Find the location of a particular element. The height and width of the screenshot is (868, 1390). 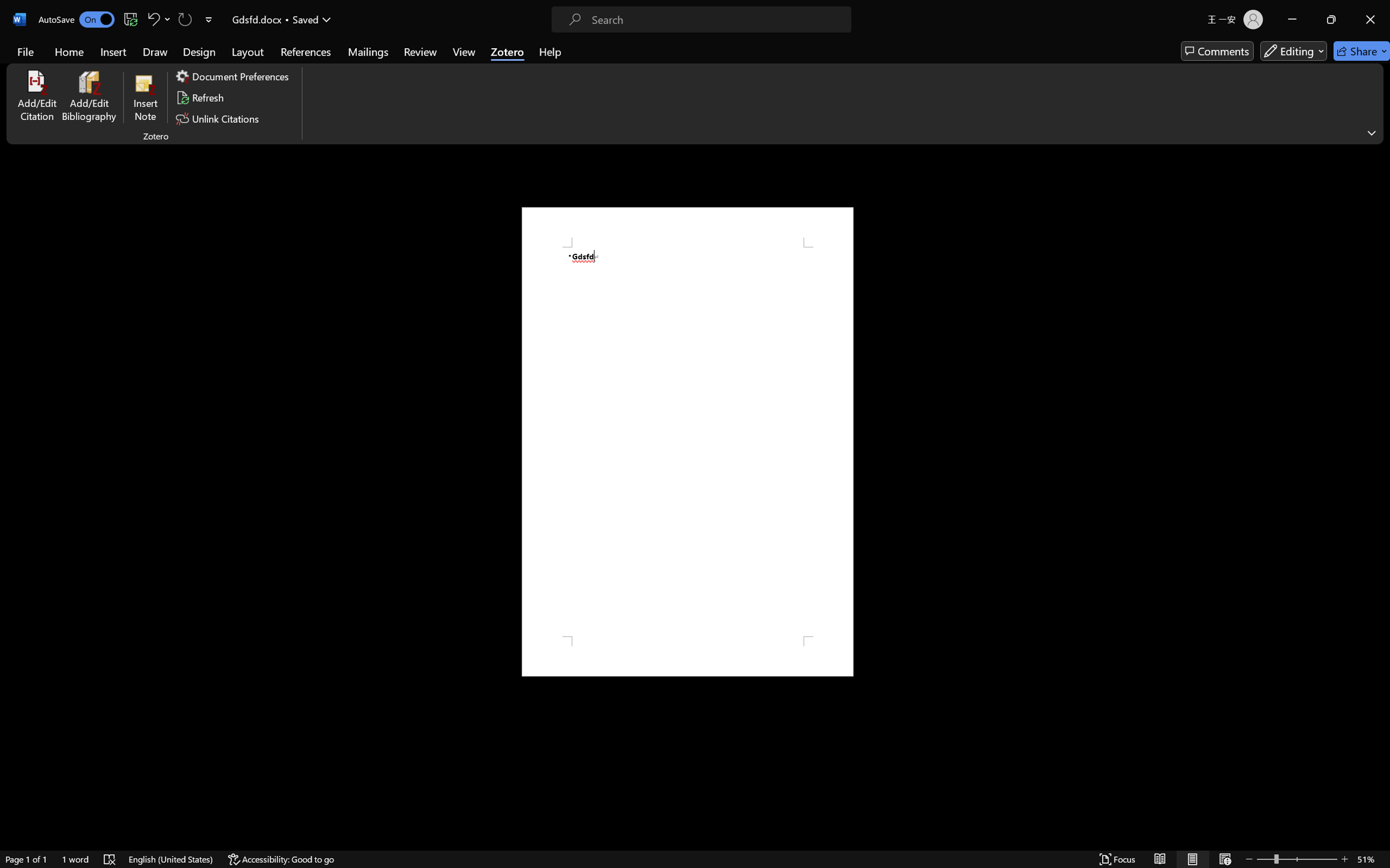

'Page 1 content' is located at coordinates (687, 441).